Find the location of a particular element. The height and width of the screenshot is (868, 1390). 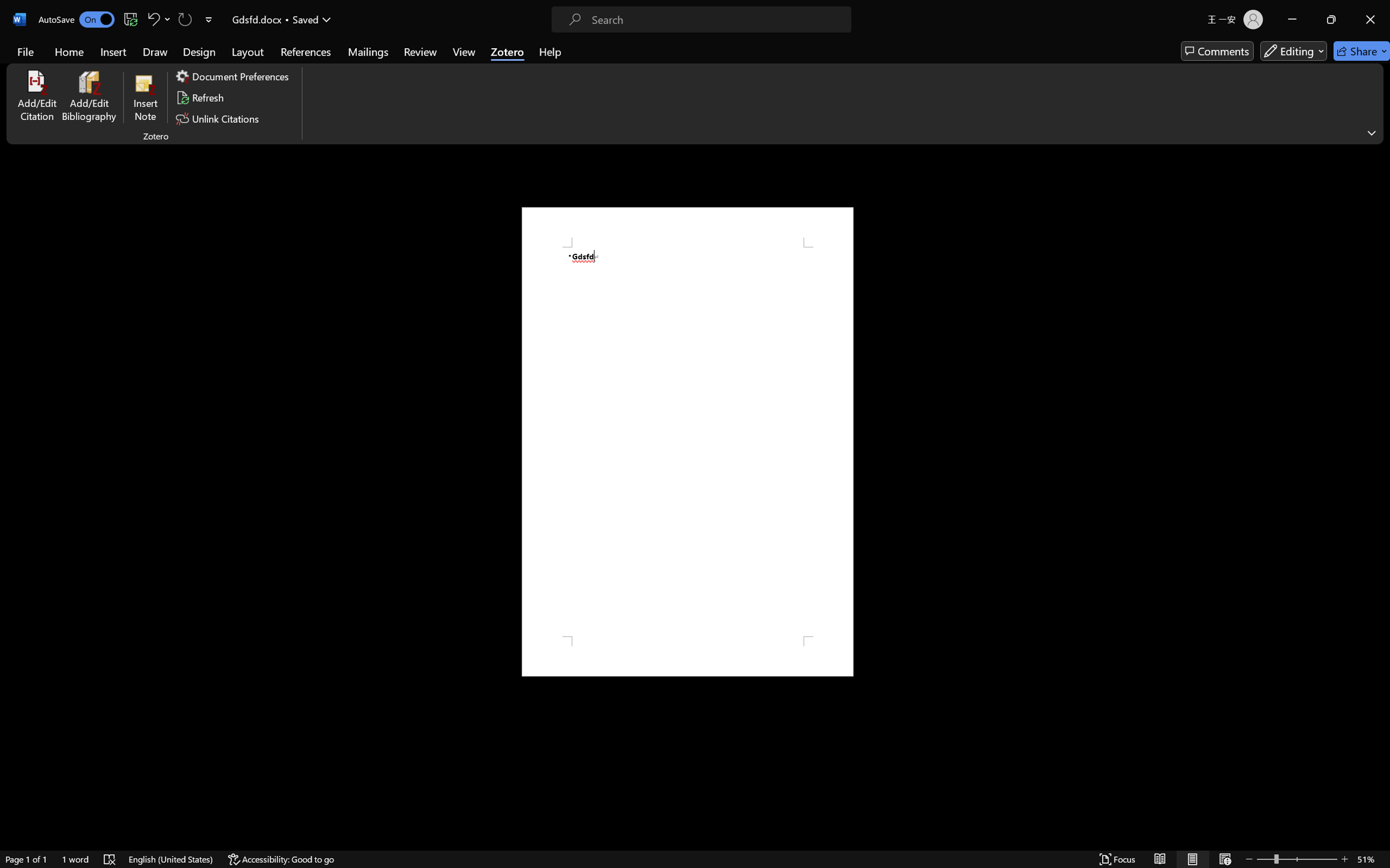

'Page 1 content' is located at coordinates (687, 441).